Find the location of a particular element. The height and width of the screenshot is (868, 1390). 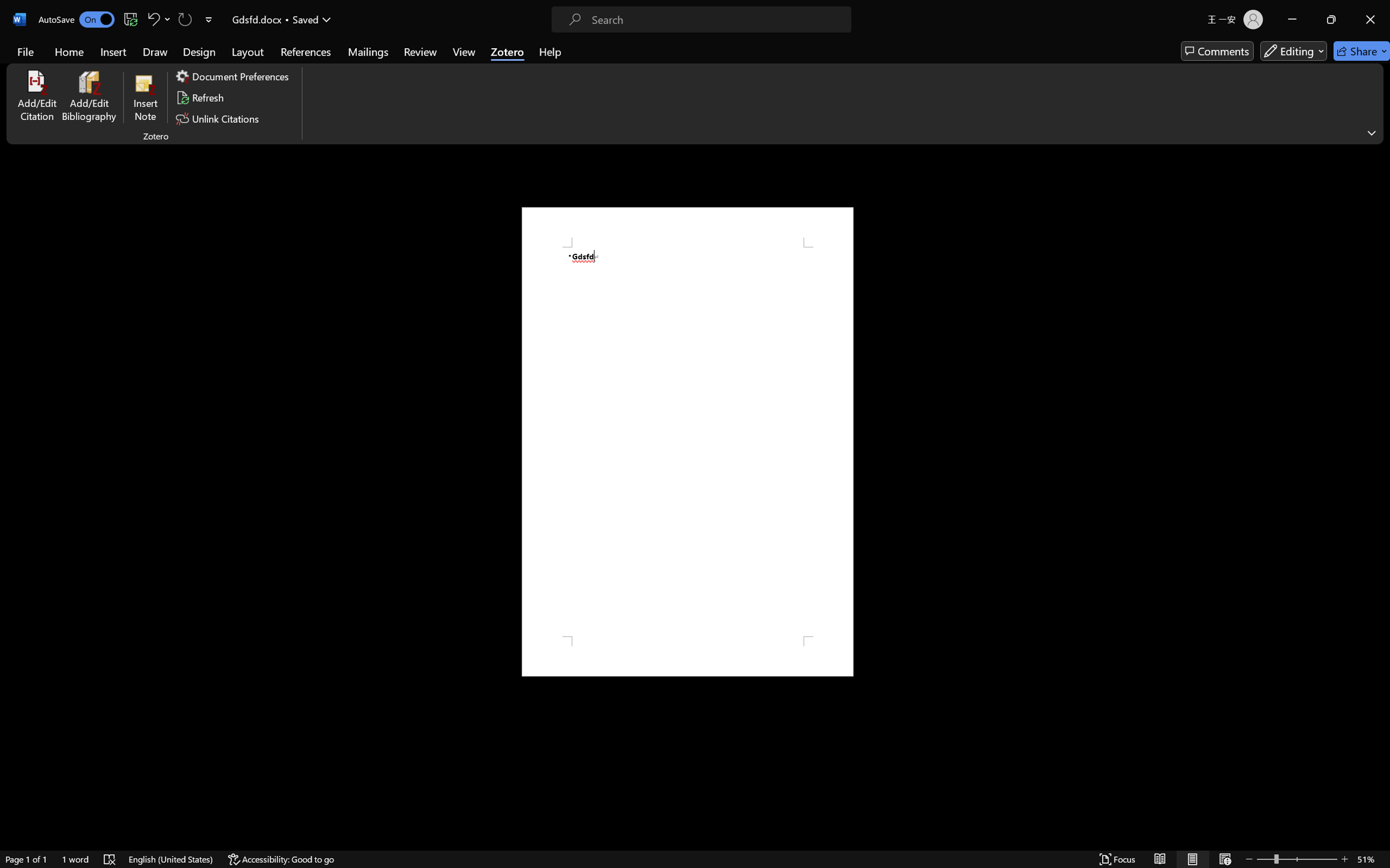

'Page 1 content' is located at coordinates (687, 441).